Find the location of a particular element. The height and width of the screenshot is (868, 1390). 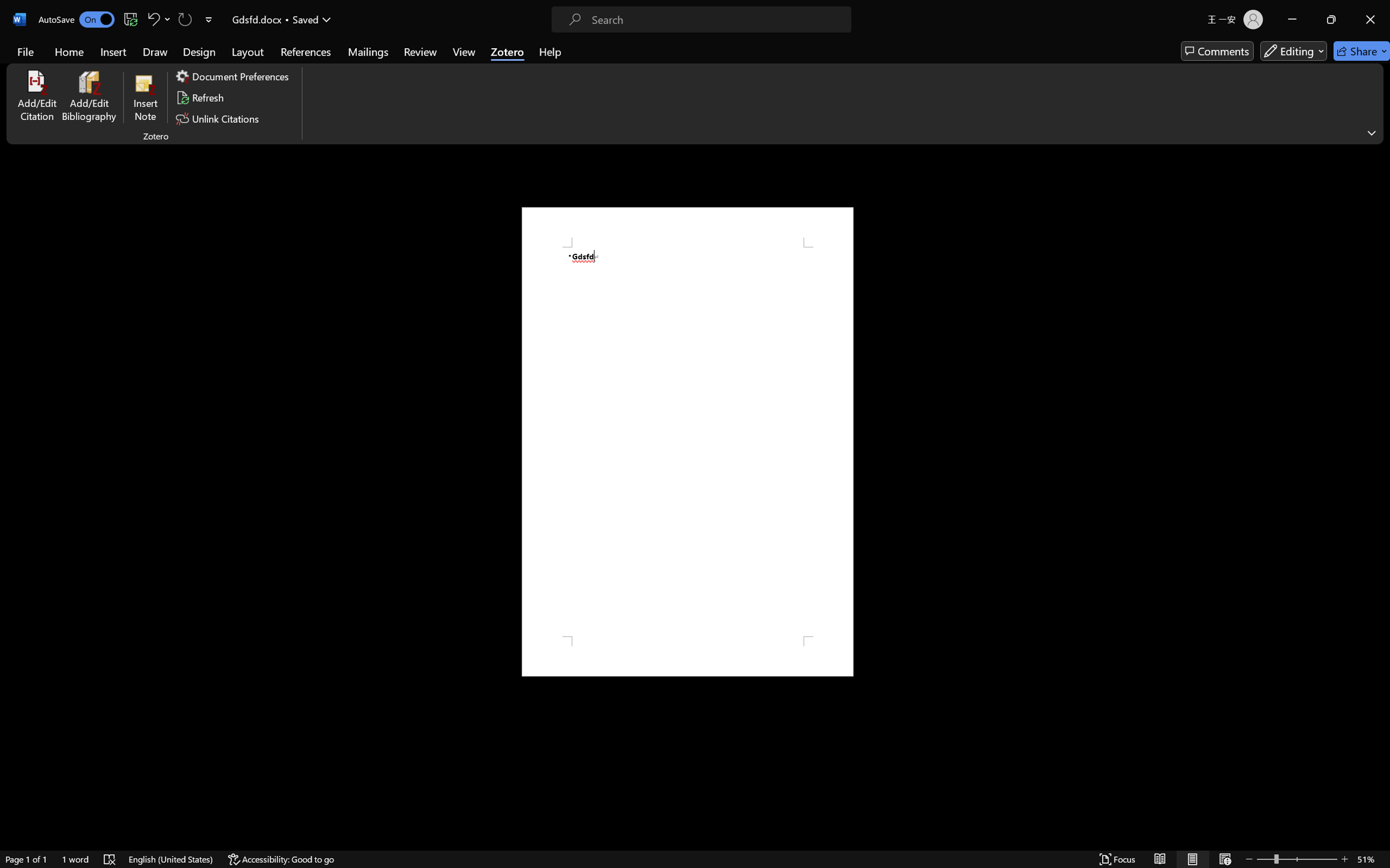

'Page 1 content' is located at coordinates (687, 441).